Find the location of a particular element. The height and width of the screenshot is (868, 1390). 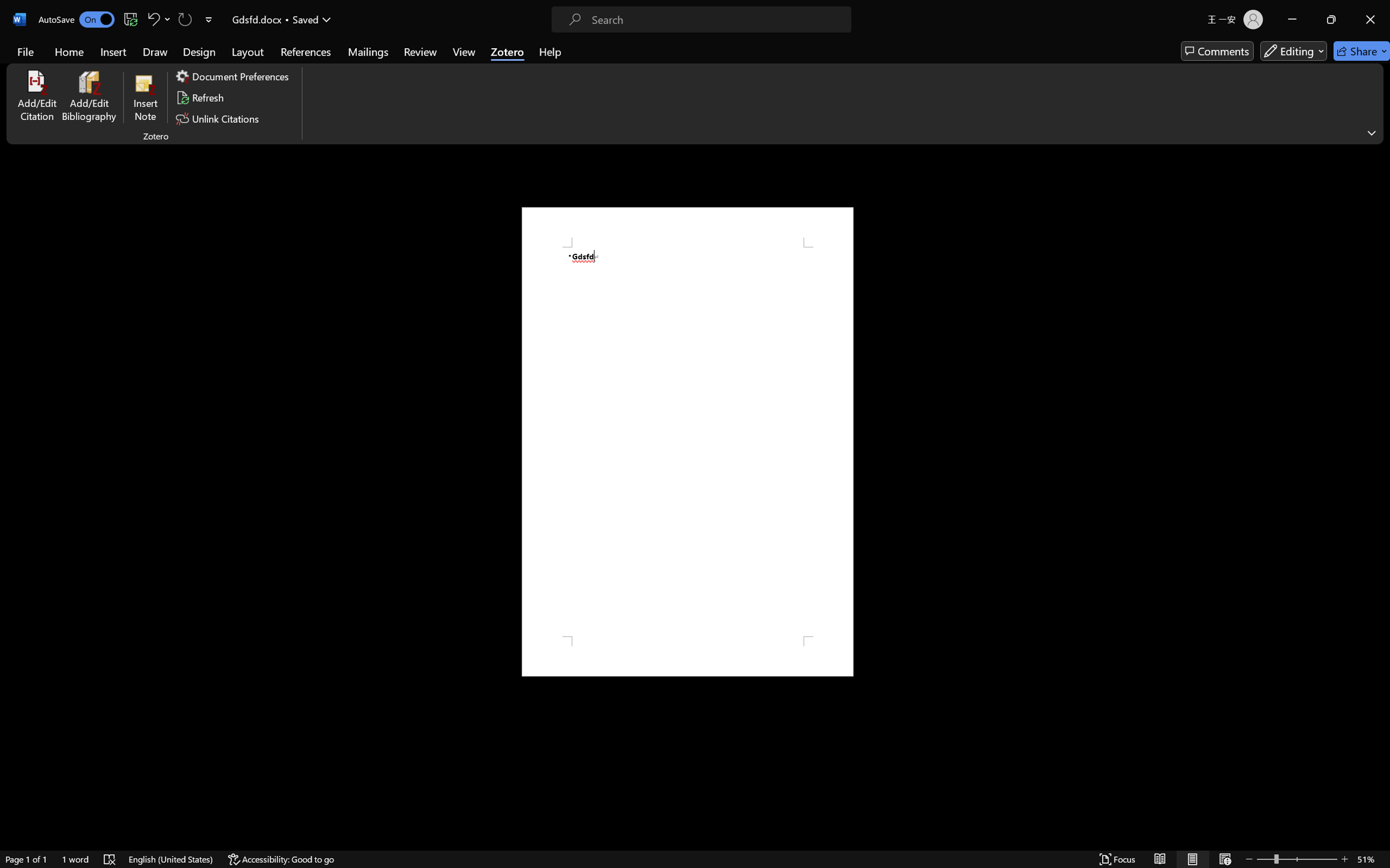

'Page 1 content' is located at coordinates (687, 441).